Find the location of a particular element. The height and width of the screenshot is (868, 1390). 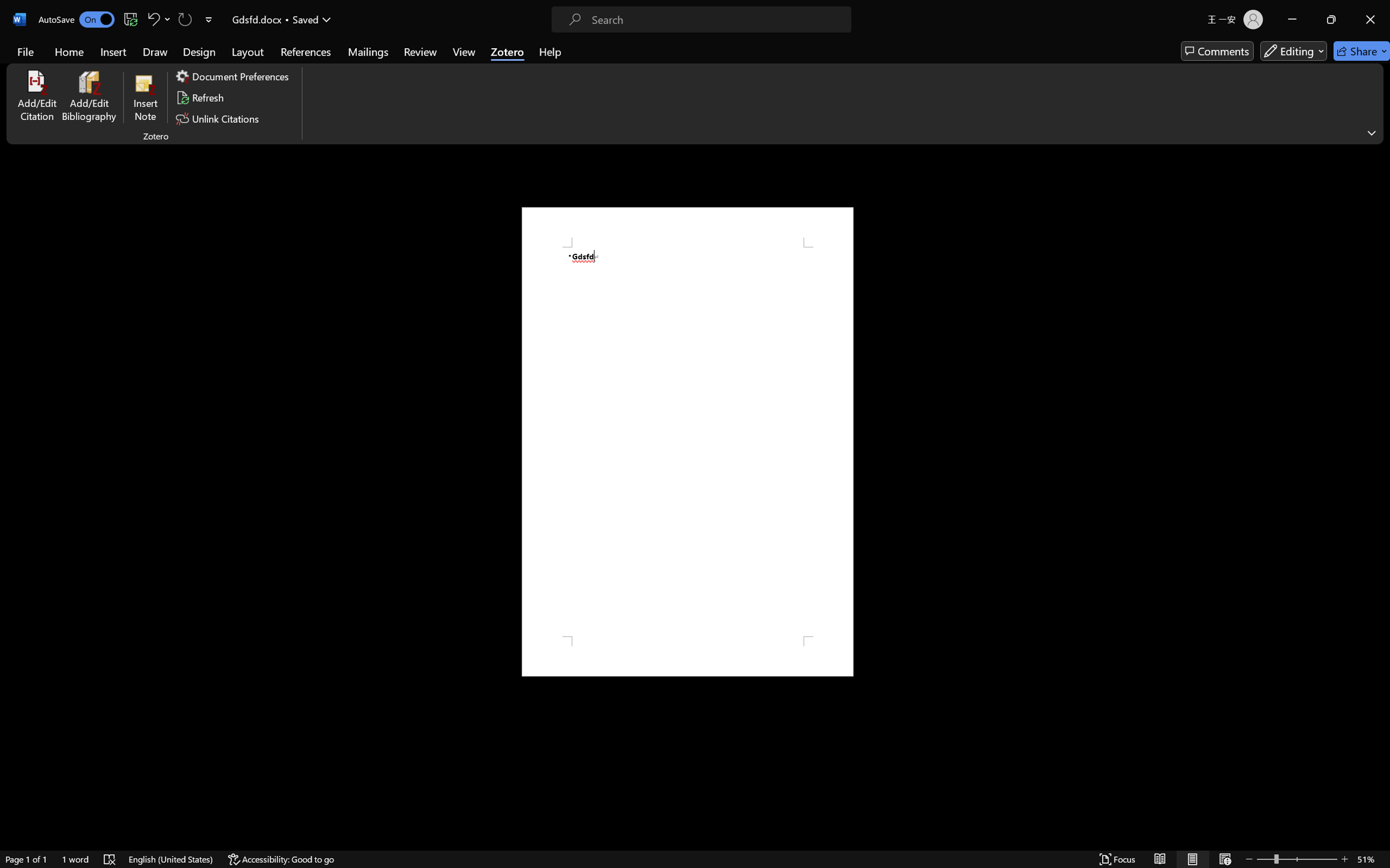

'Page 1 content' is located at coordinates (687, 441).